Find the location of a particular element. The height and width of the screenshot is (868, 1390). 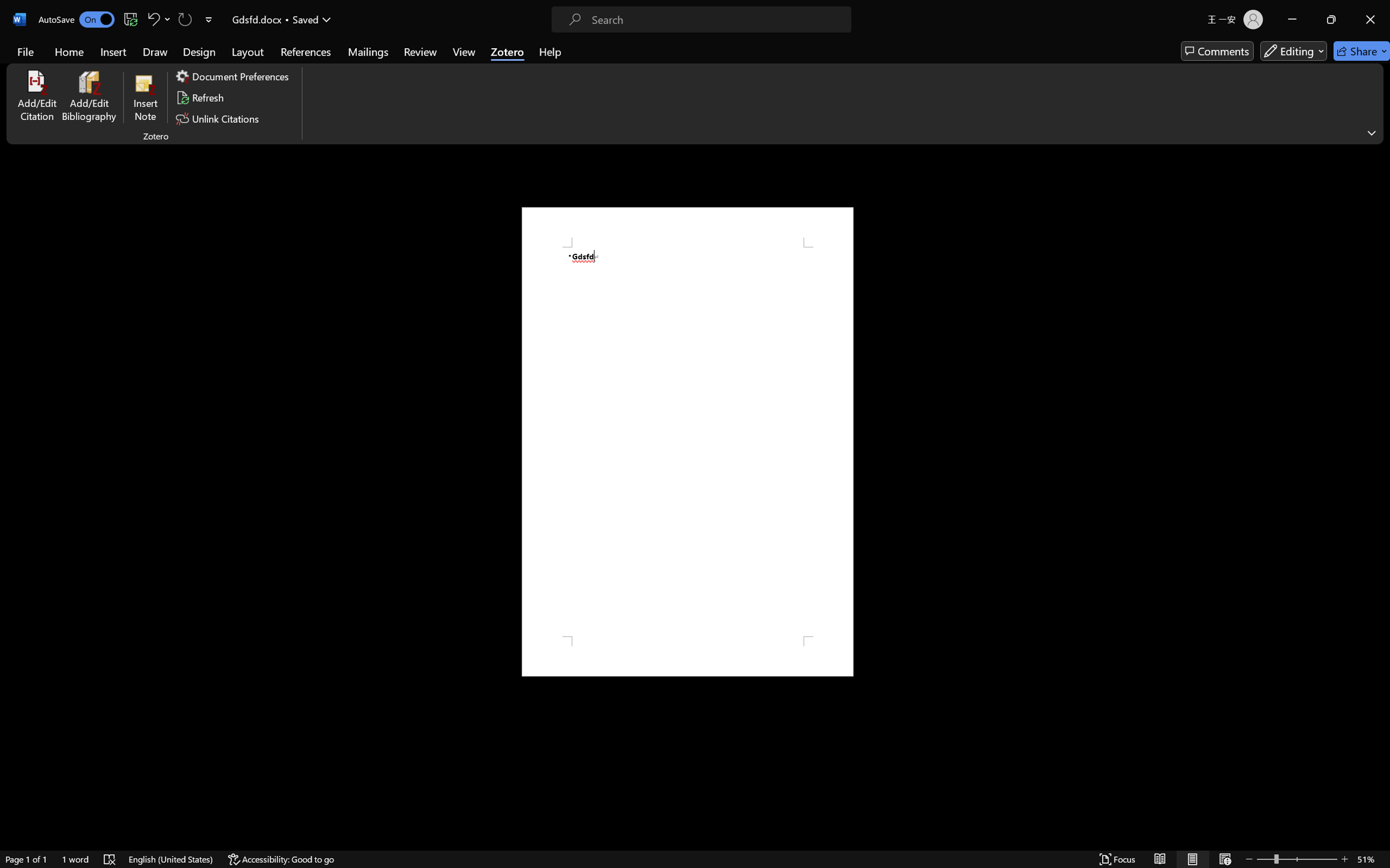

'Page 1 content' is located at coordinates (687, 441).